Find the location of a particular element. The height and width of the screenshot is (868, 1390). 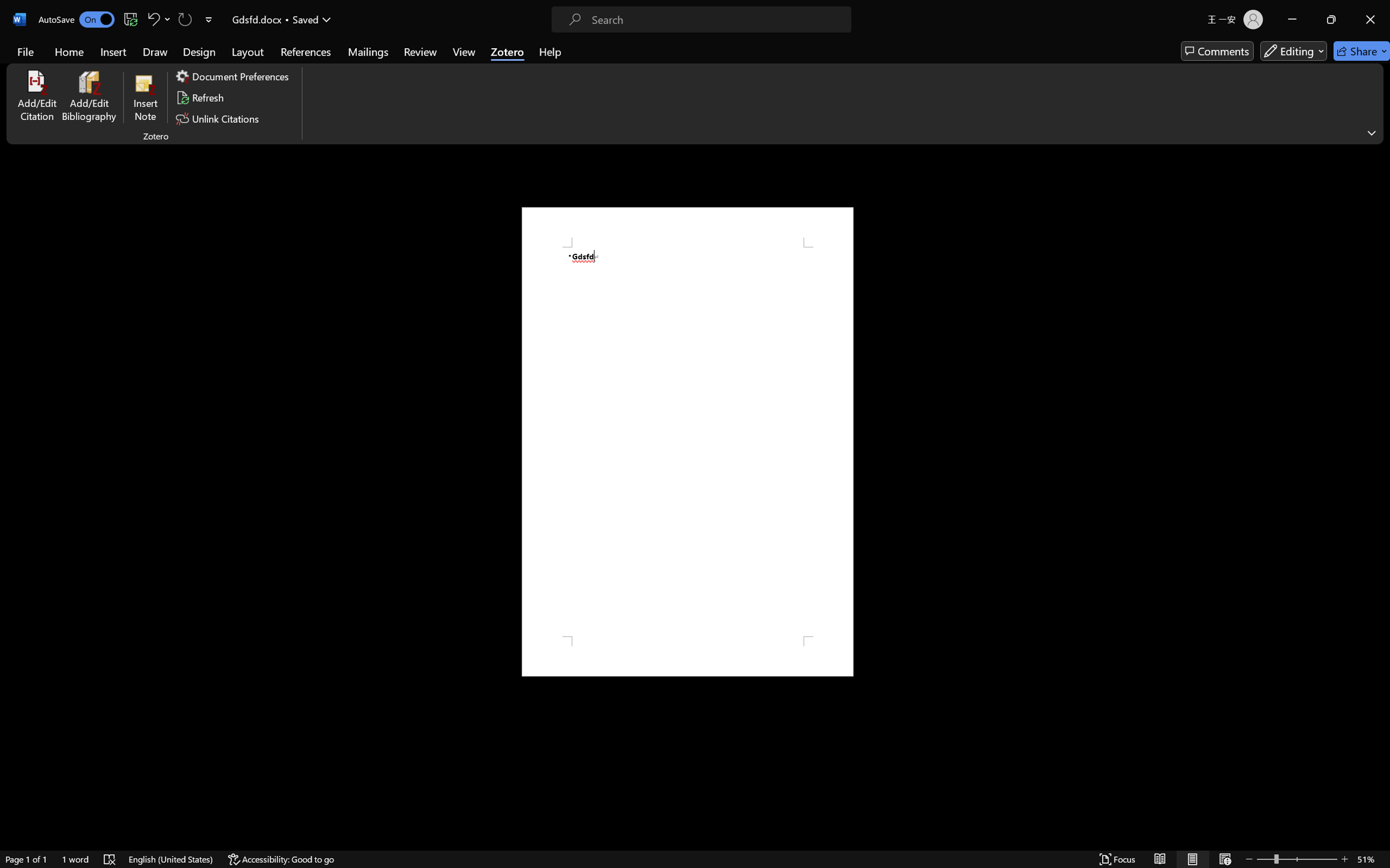

'Page 1 content' is located at coordinates (687, 441).